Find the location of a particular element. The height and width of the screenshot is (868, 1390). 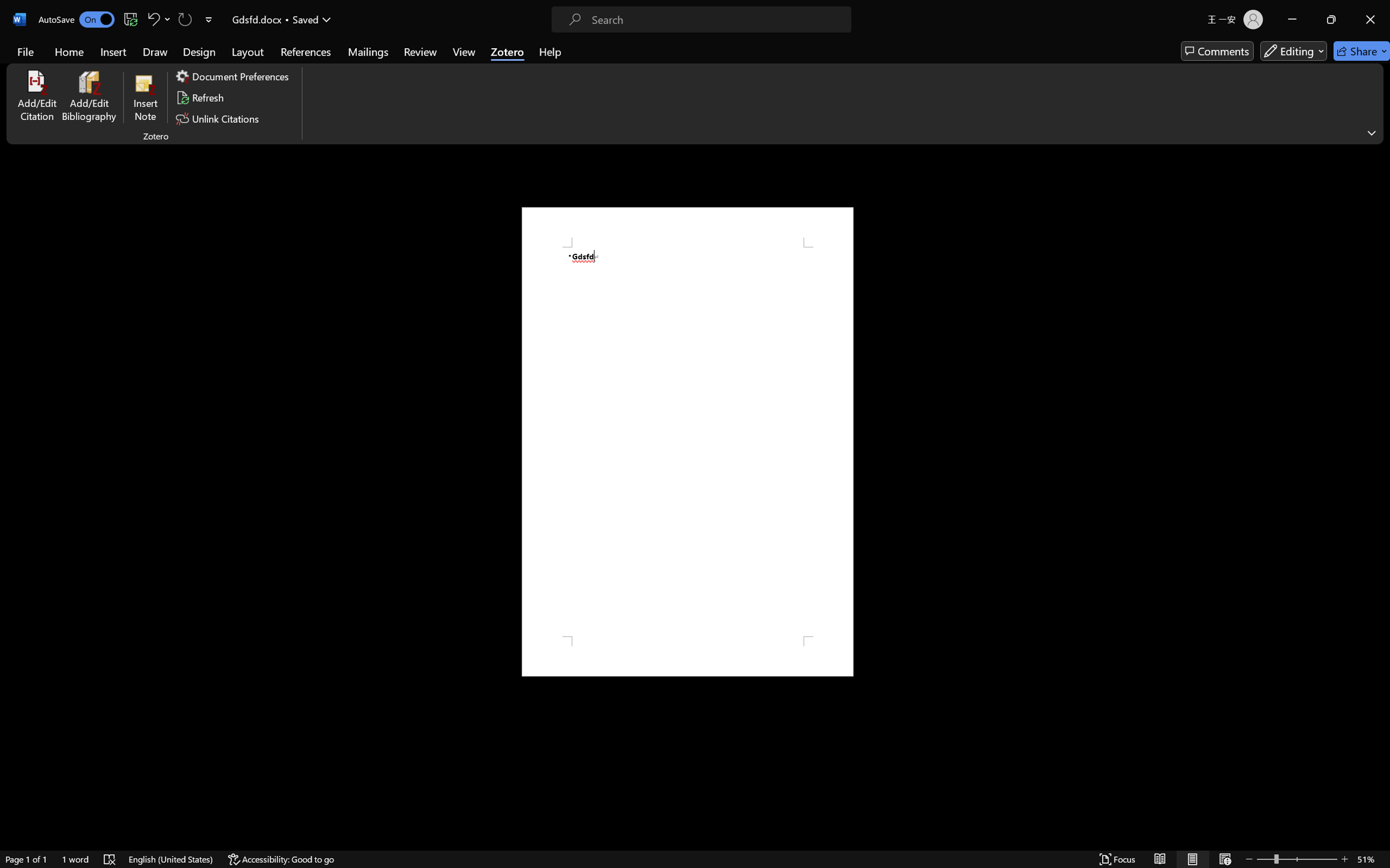

'Page 1 content' is located at coordinates (687, 441).